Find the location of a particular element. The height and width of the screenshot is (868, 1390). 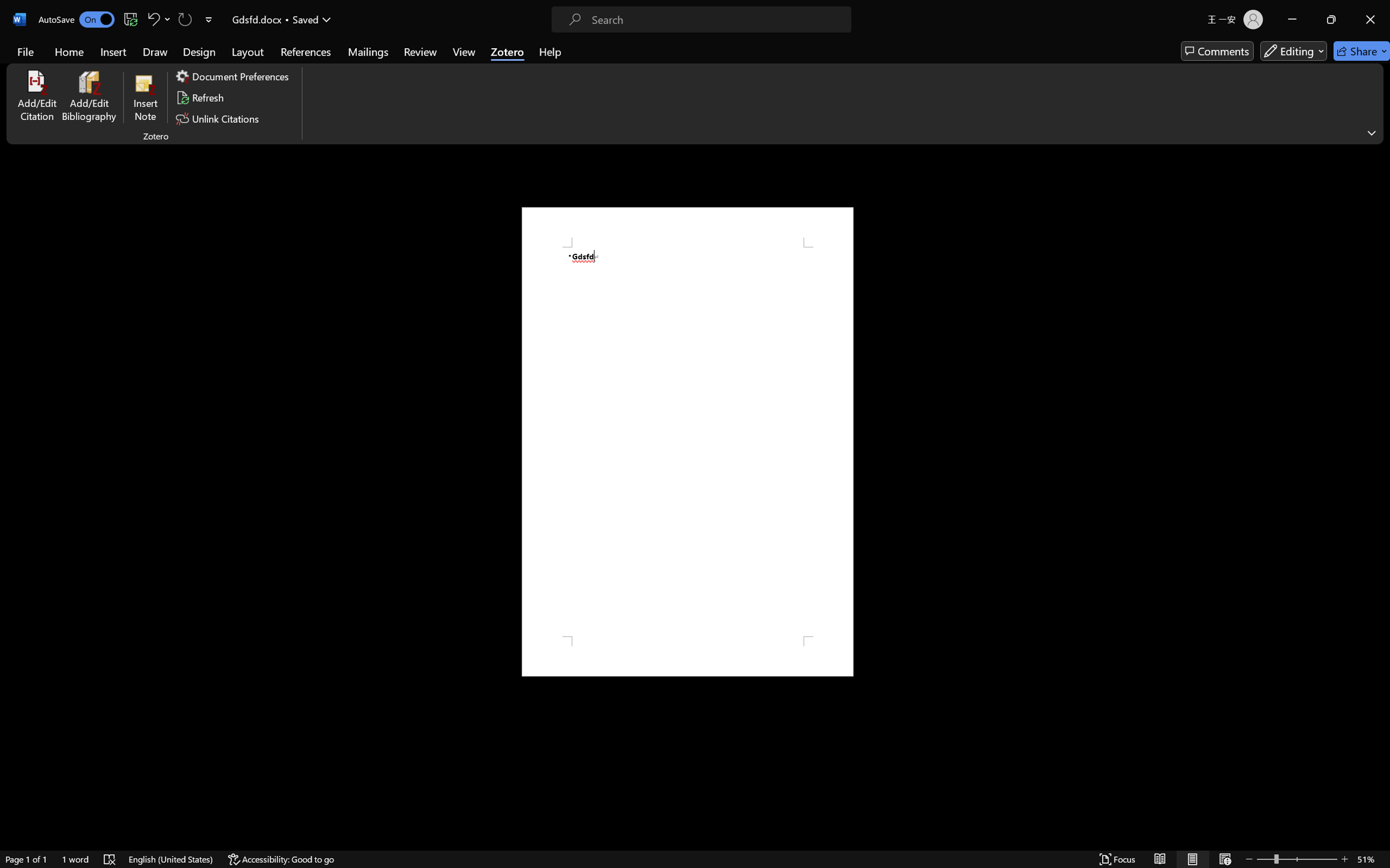

'Page 1 content' is located at coordinates (687, 441).